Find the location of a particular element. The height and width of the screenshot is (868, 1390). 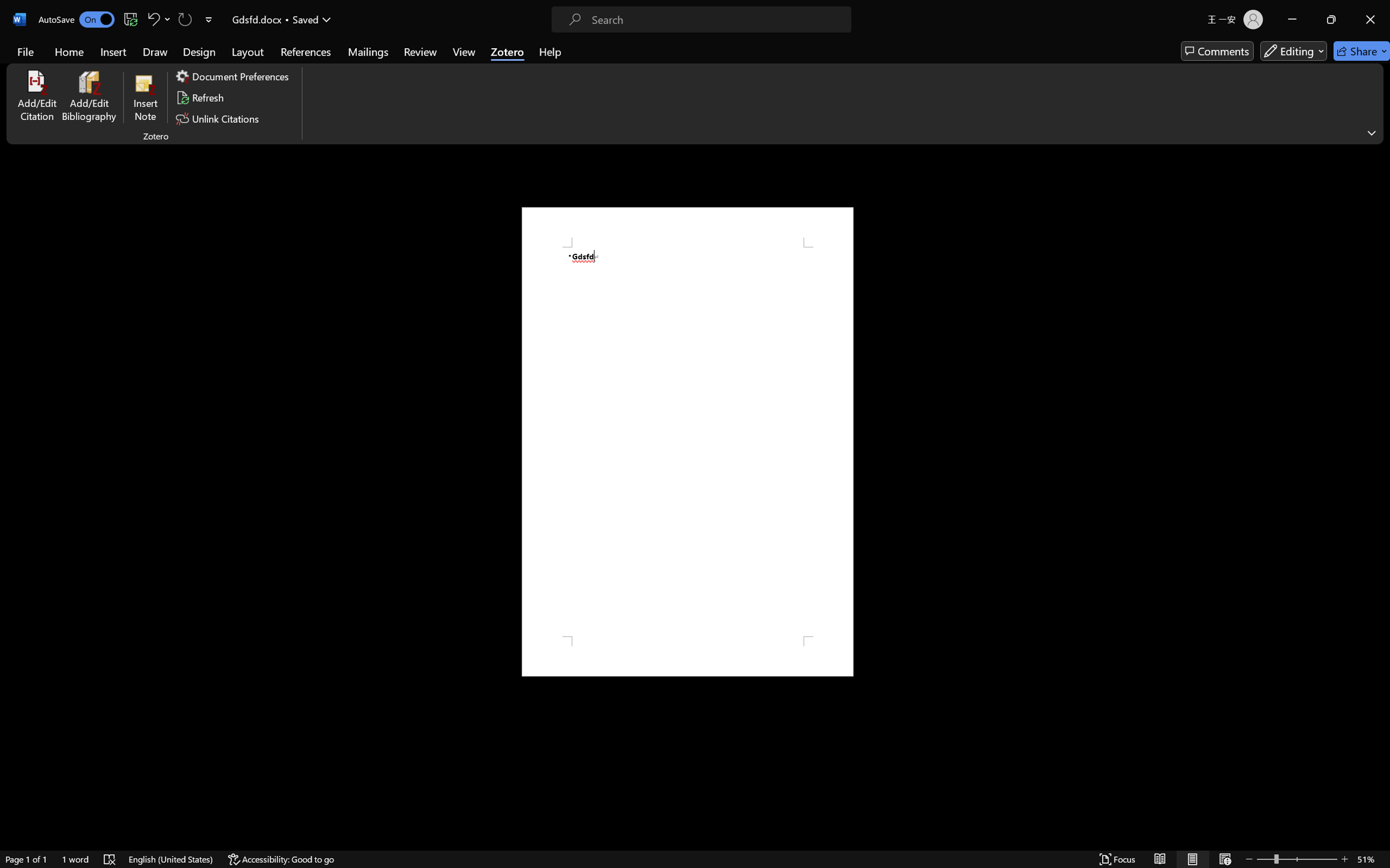

'Page 1 content' is located at coordinates (687, 441).